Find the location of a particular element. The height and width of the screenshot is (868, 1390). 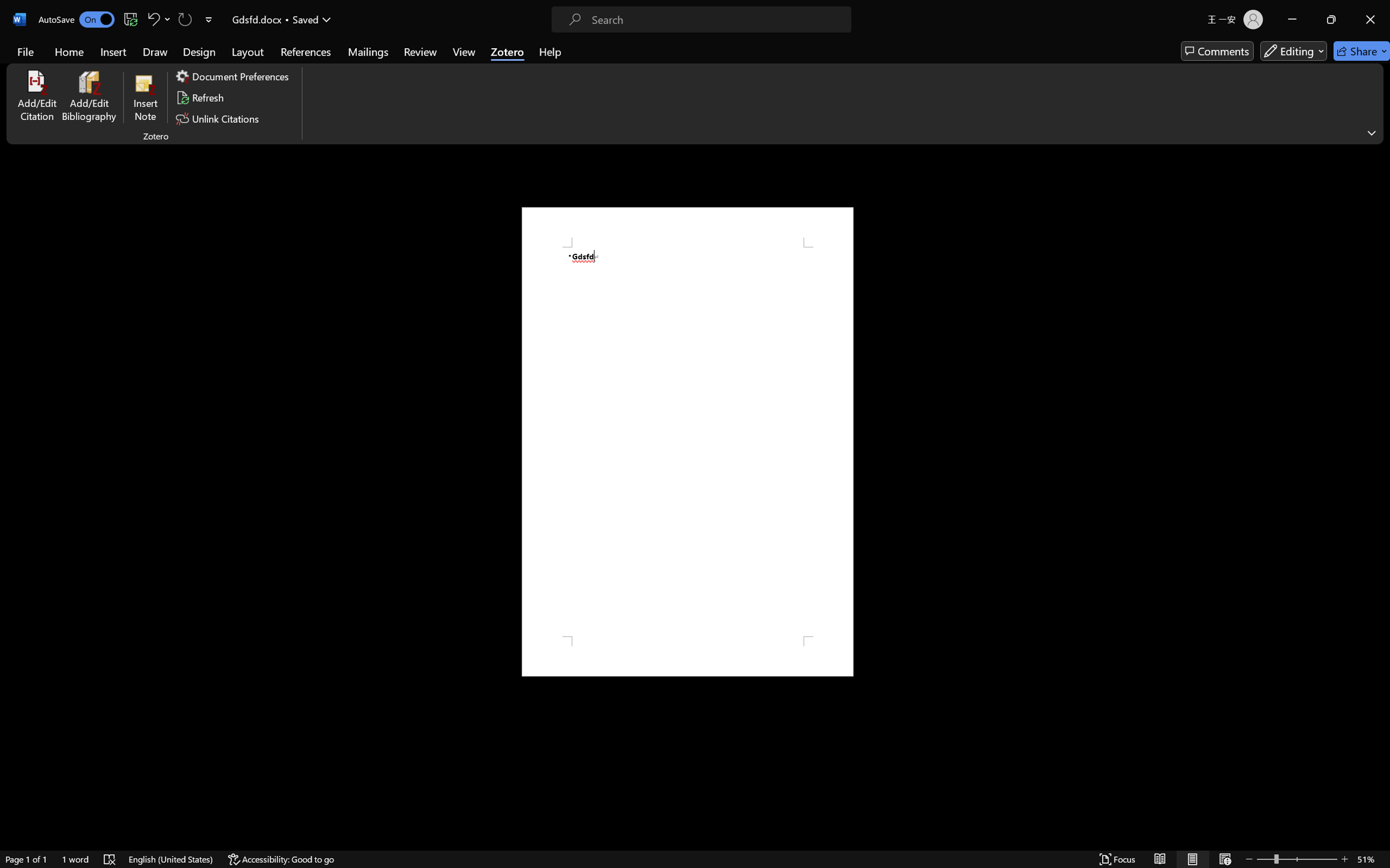

'Page 1 content' is located at coordinates (687, 441).